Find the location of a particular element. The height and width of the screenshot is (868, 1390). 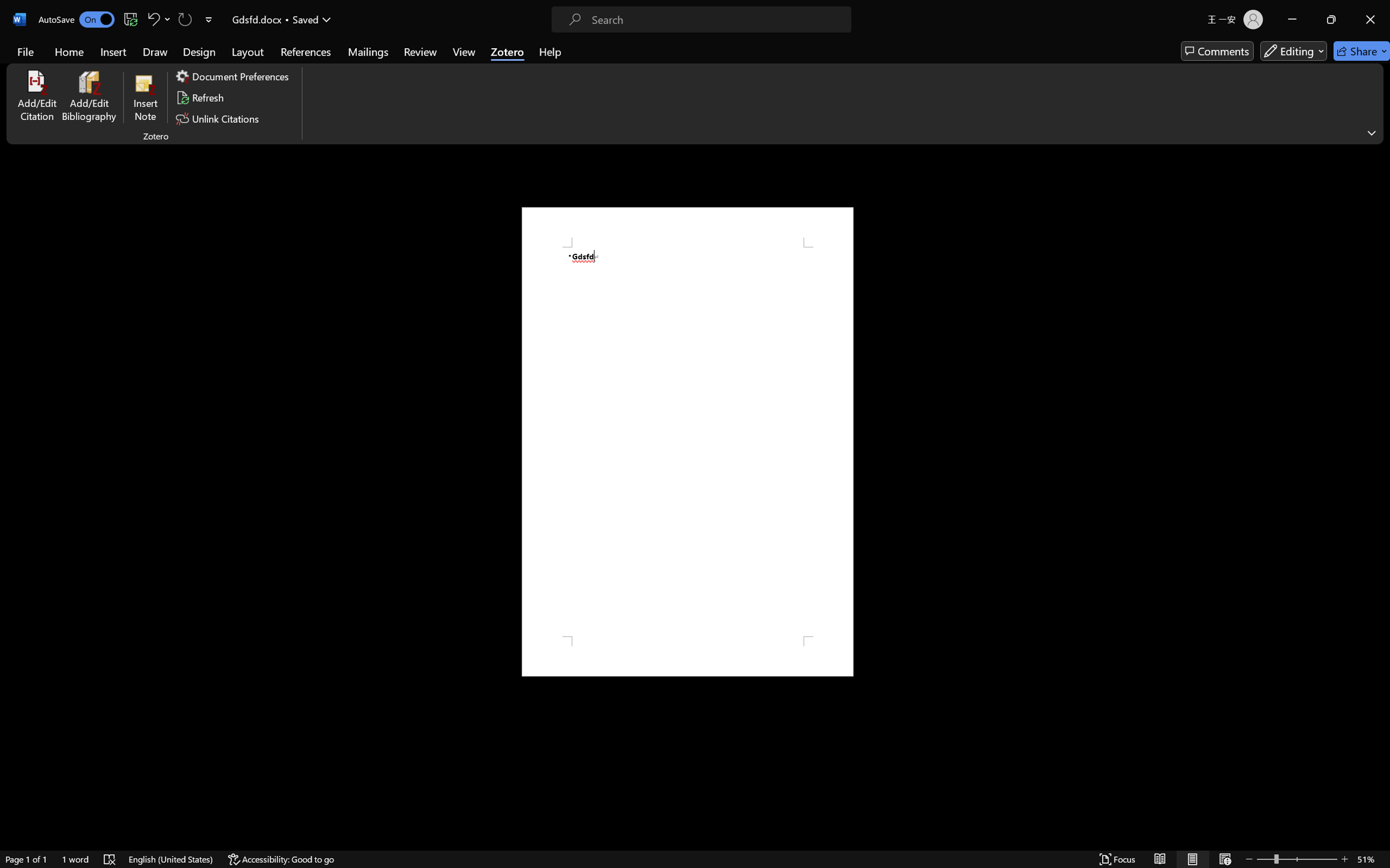

'Page 1 content' is located at coordinates (687, 441).